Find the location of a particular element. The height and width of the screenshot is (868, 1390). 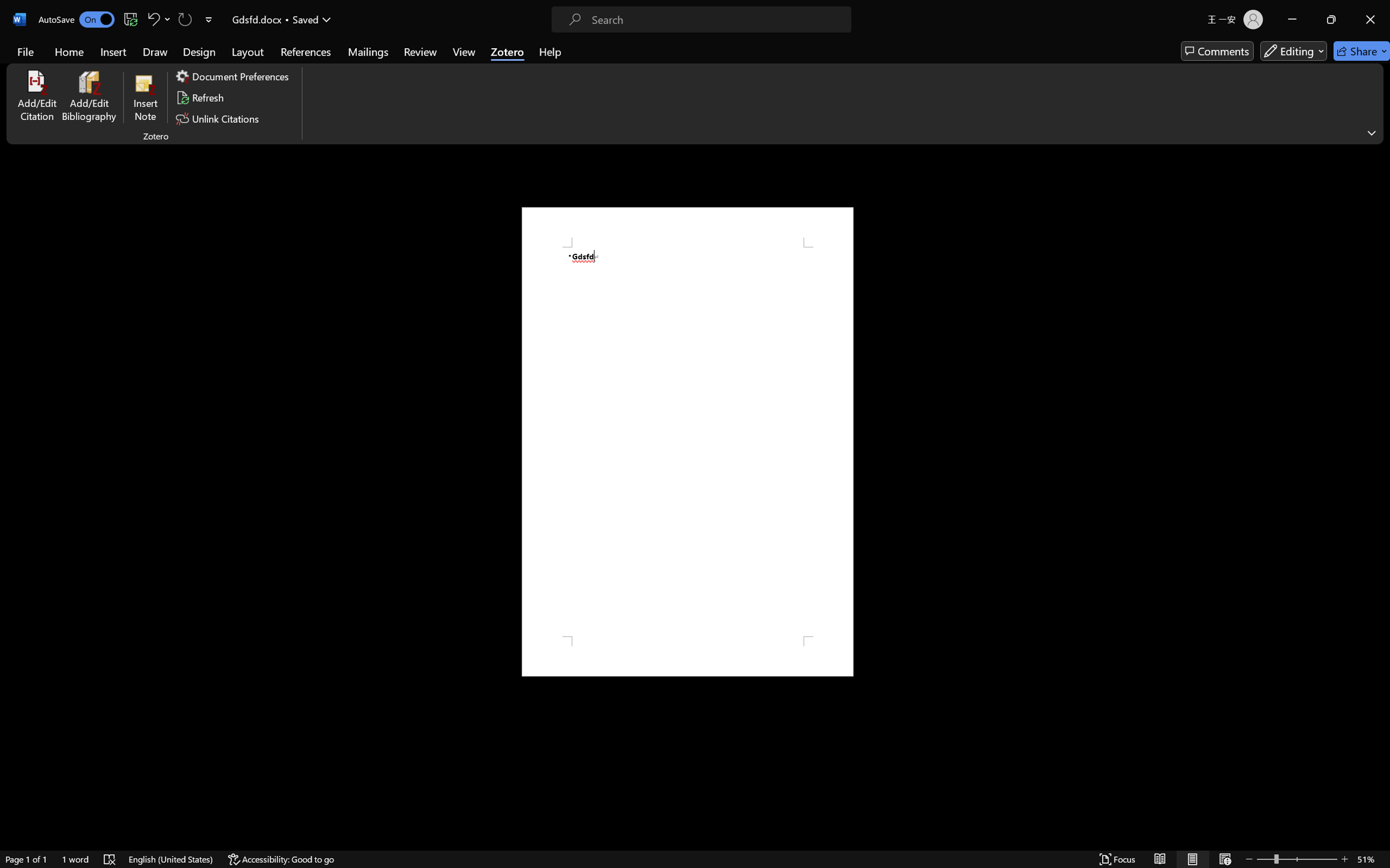

'Page 1 content' is located at coordinates (687, 441).